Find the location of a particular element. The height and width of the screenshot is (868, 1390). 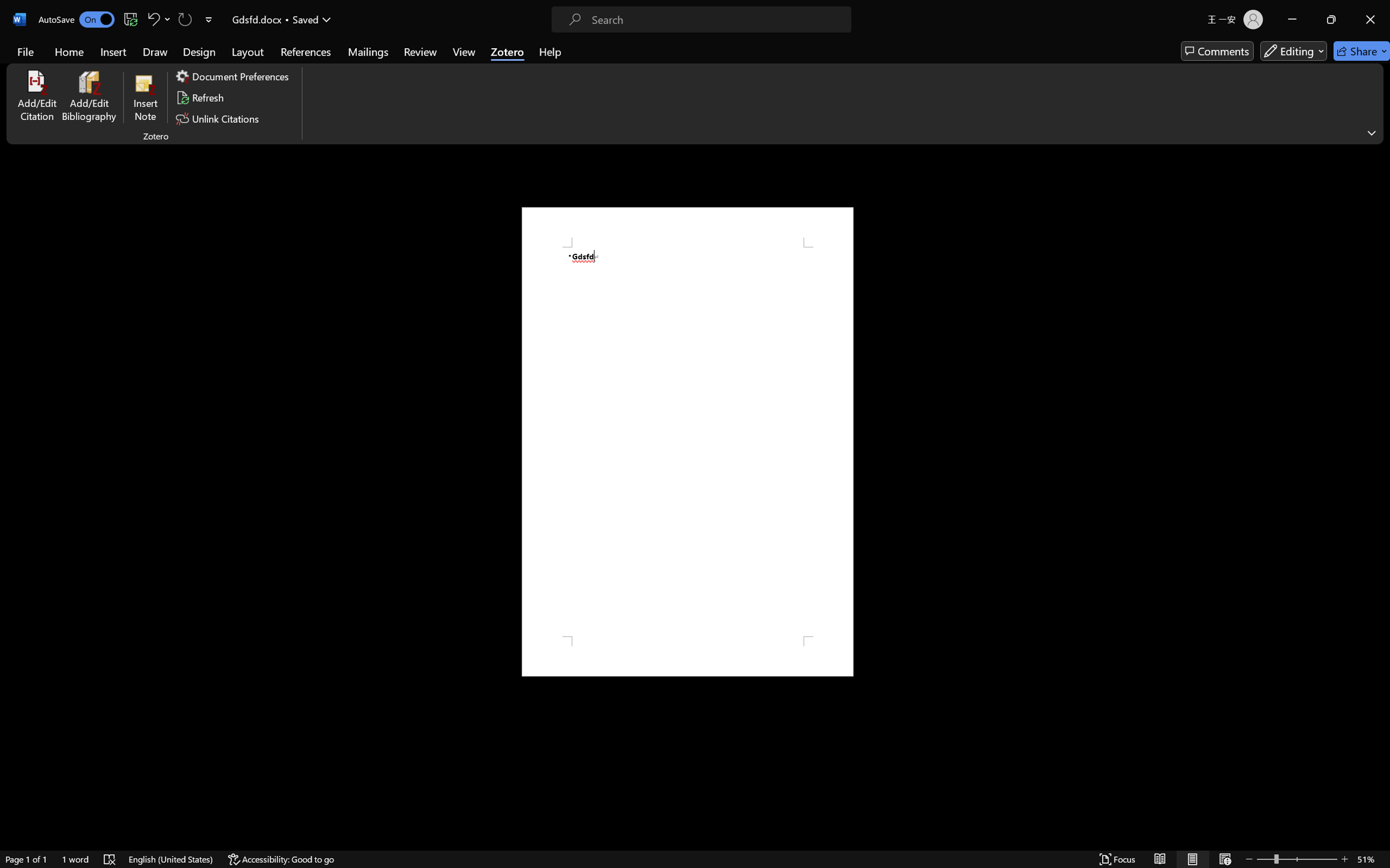

'Page 1 content' is located at coordinates (687, 441).